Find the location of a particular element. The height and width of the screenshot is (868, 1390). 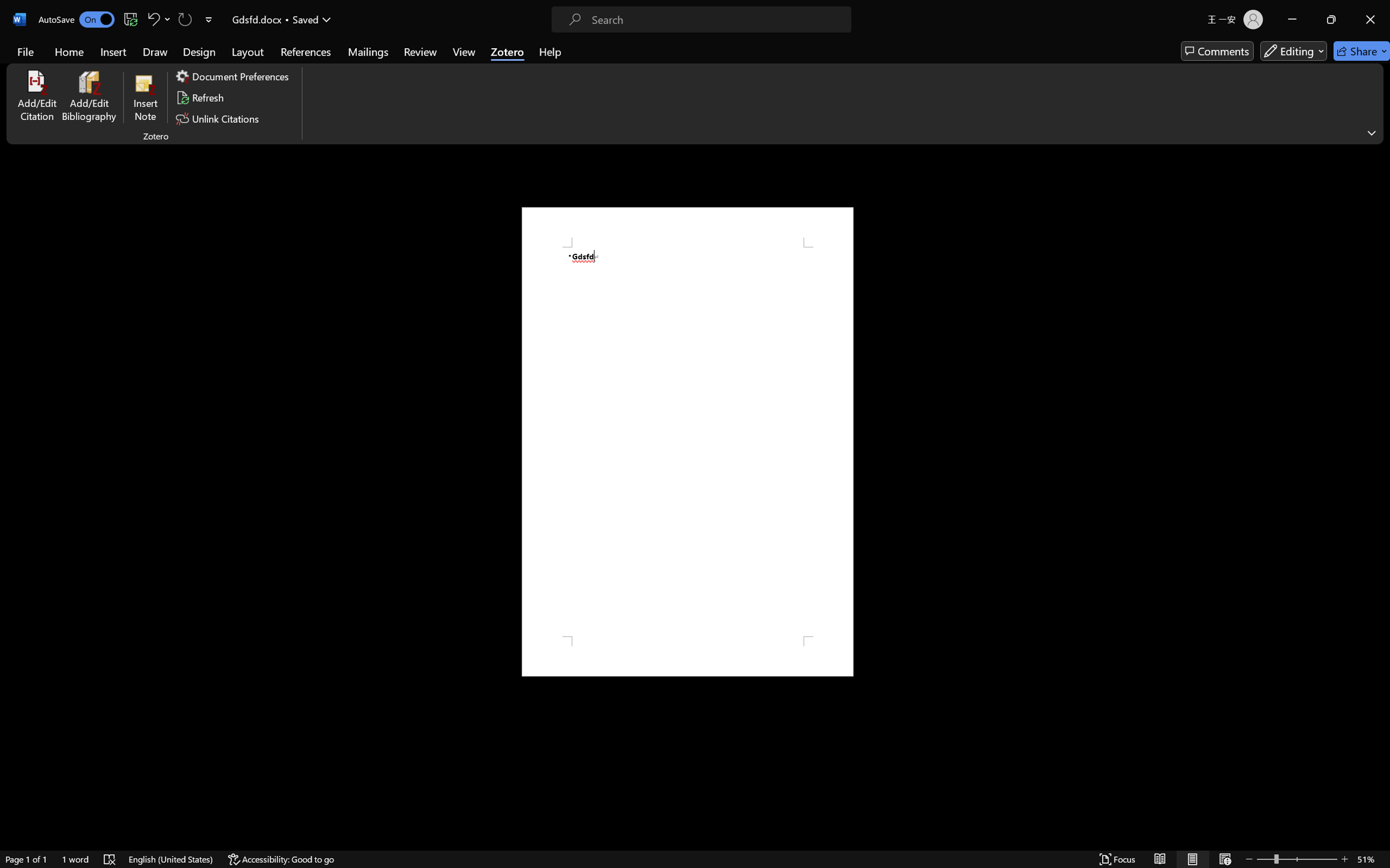

'Page 1 content' is located at coordinates (687, 441).